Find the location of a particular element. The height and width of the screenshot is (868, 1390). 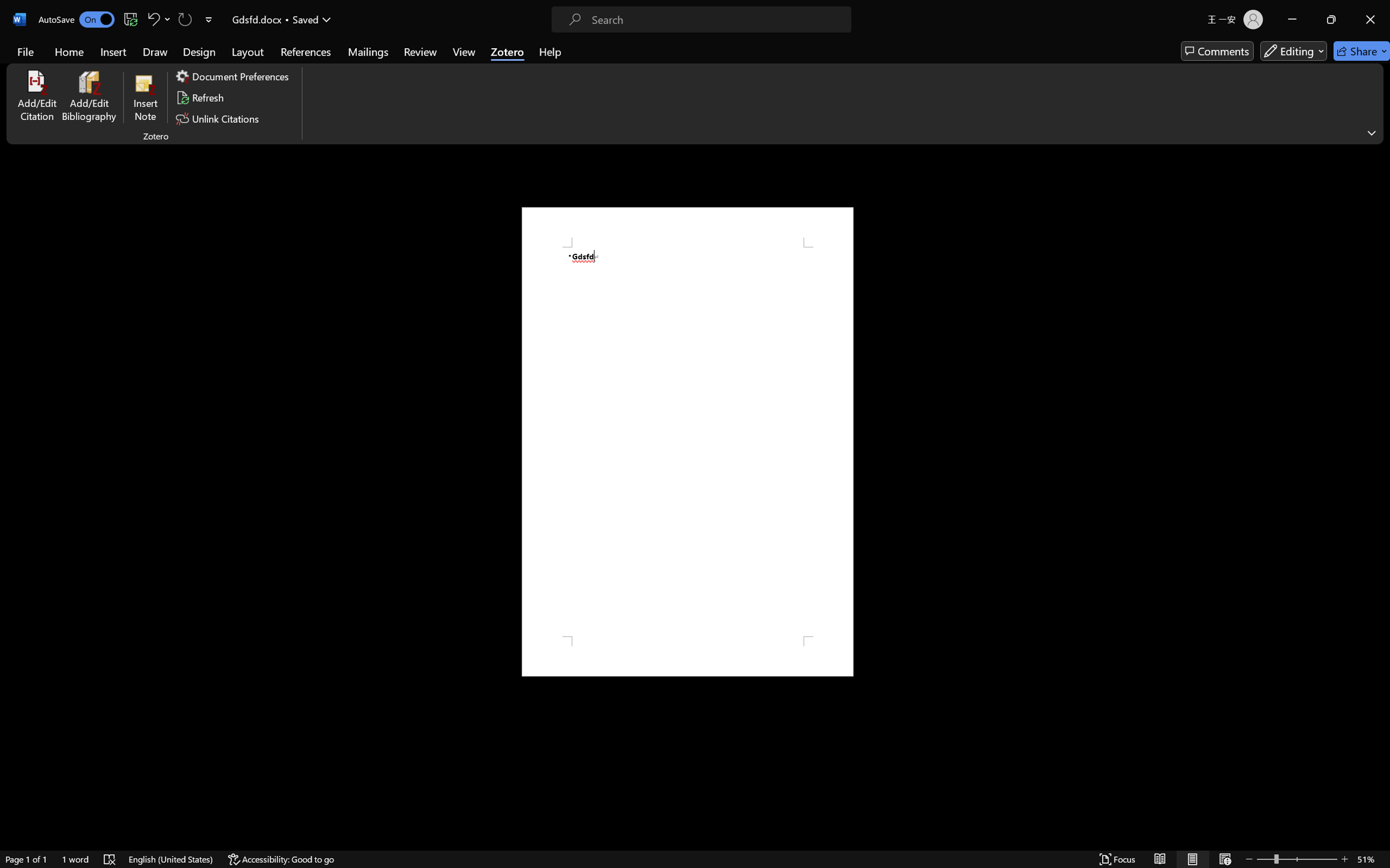

'Page 1 content' is located at coordinates (687, 441).